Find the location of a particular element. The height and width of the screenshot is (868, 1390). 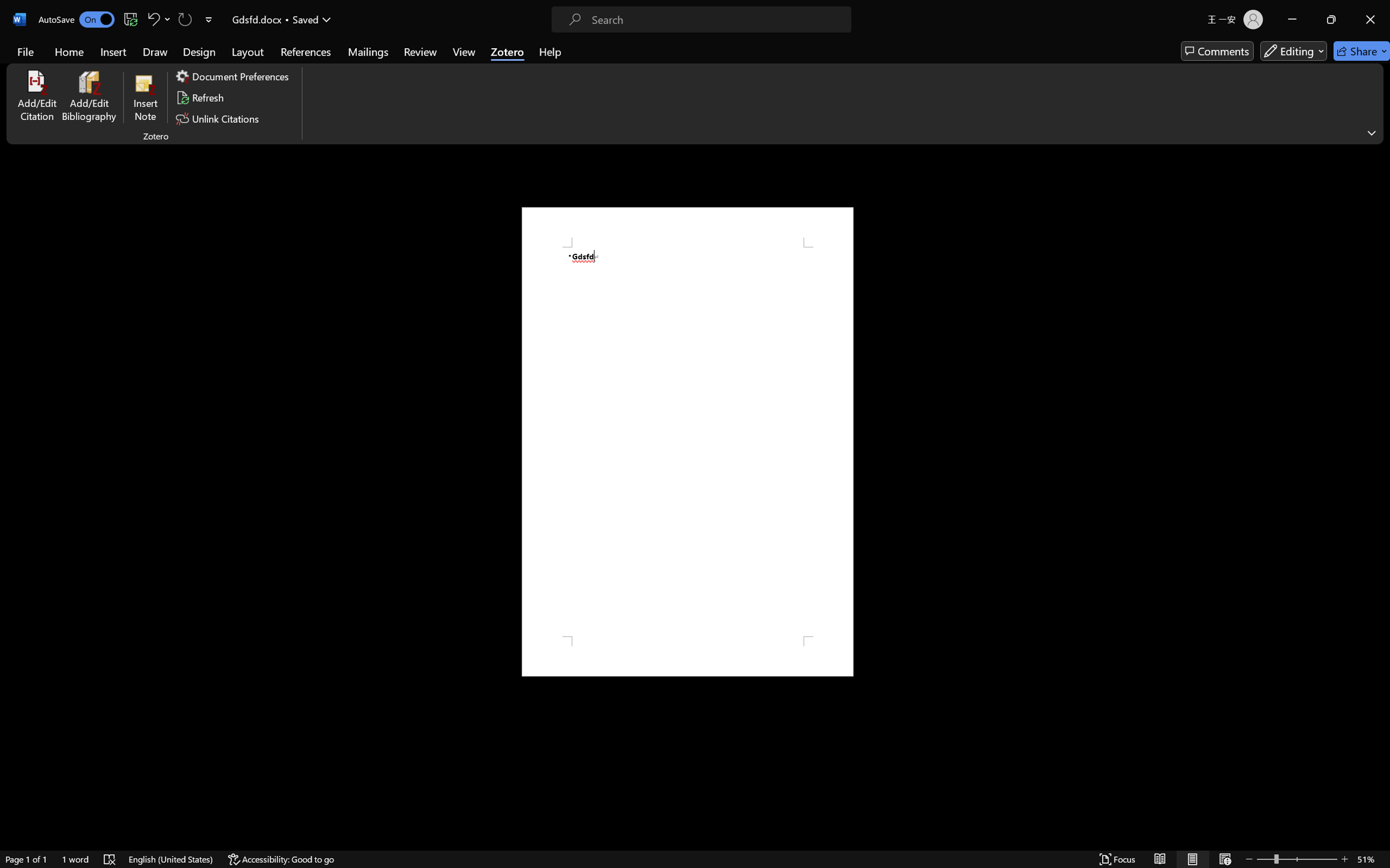

'Page 1 content' is located at coordinates (687, 441).